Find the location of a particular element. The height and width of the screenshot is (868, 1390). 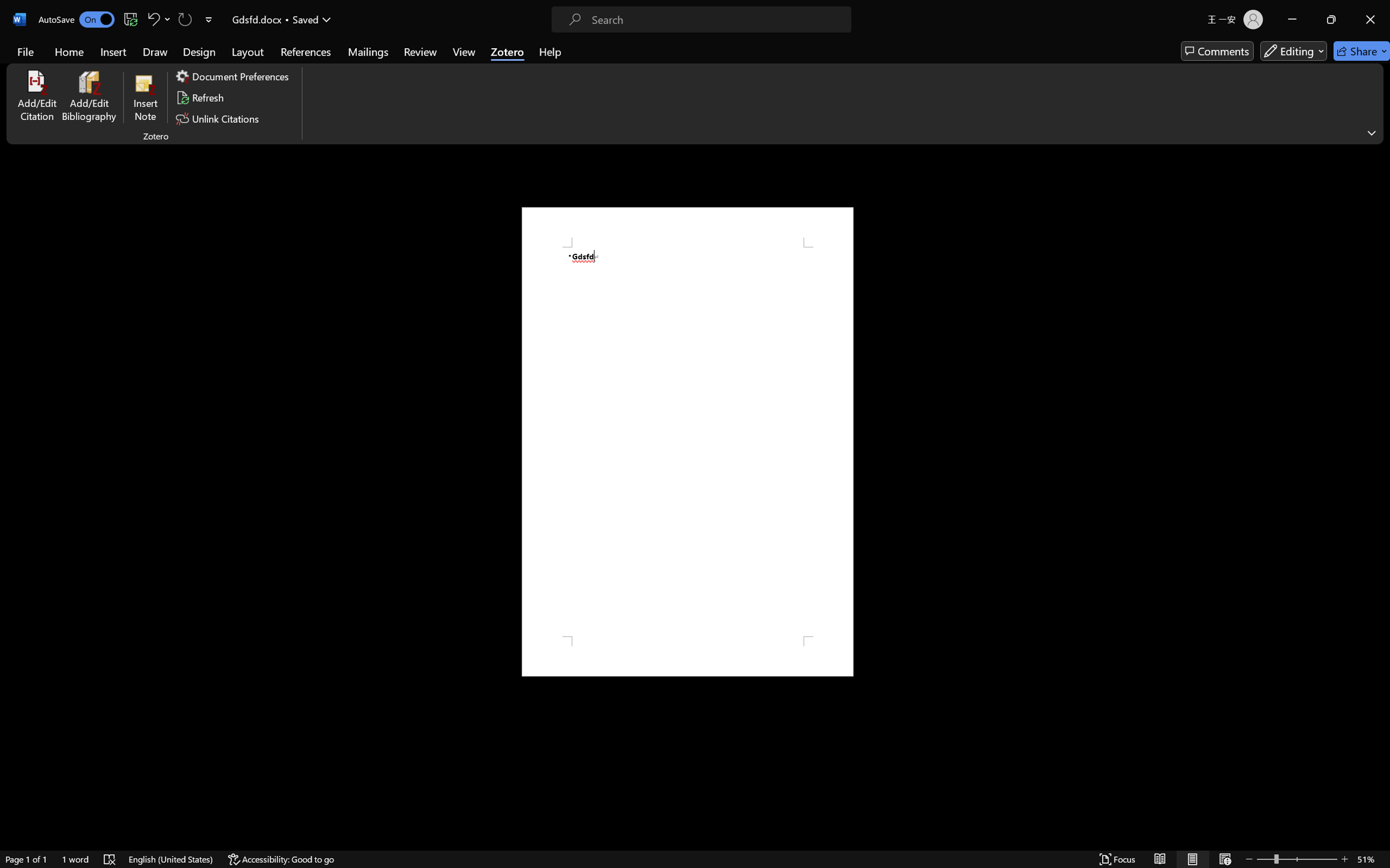

'Page 1 content' is located at coordinates (687, 441).